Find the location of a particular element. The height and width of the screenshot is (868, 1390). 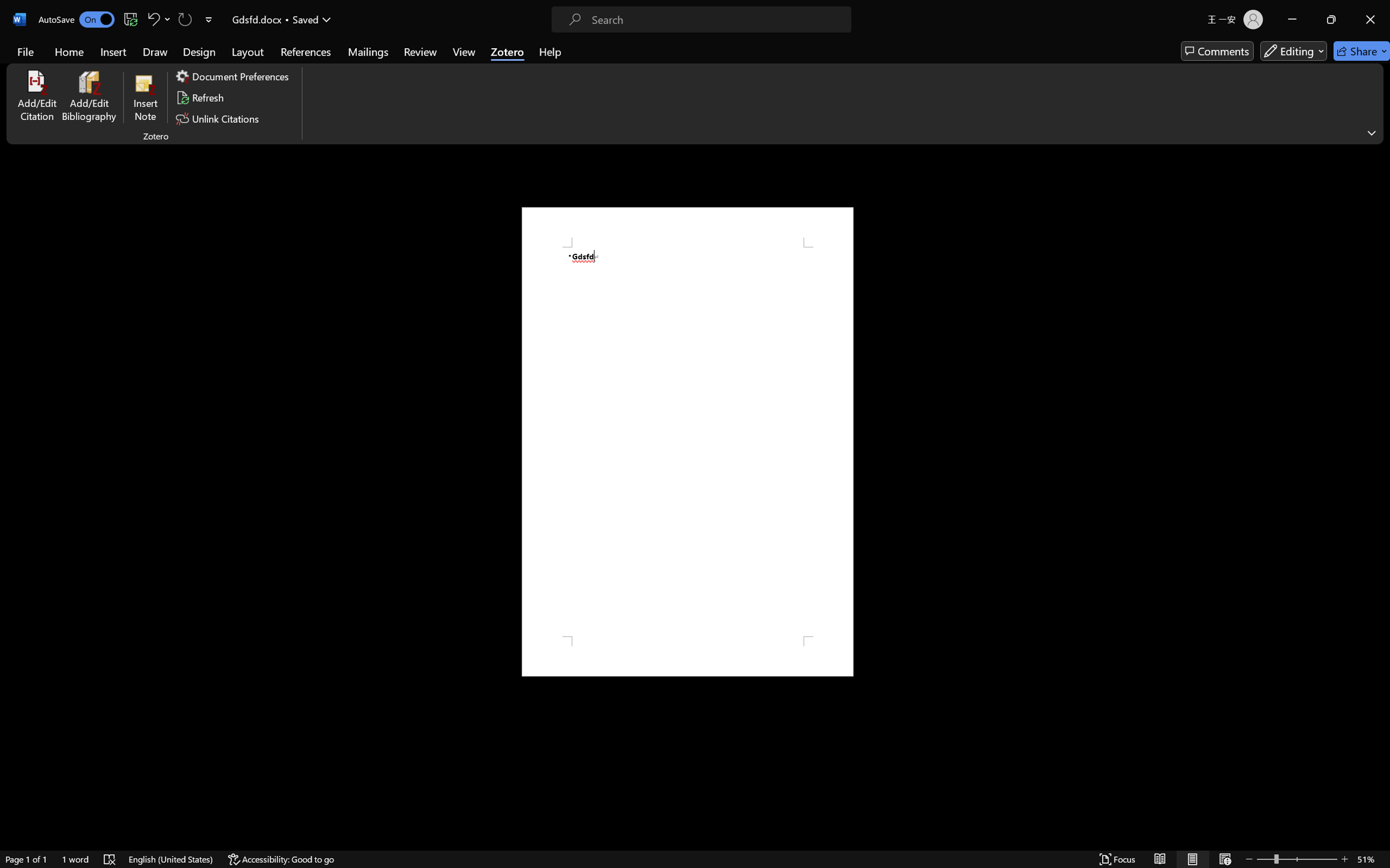

'Page 1 content' is located at coordinates (687, 441).